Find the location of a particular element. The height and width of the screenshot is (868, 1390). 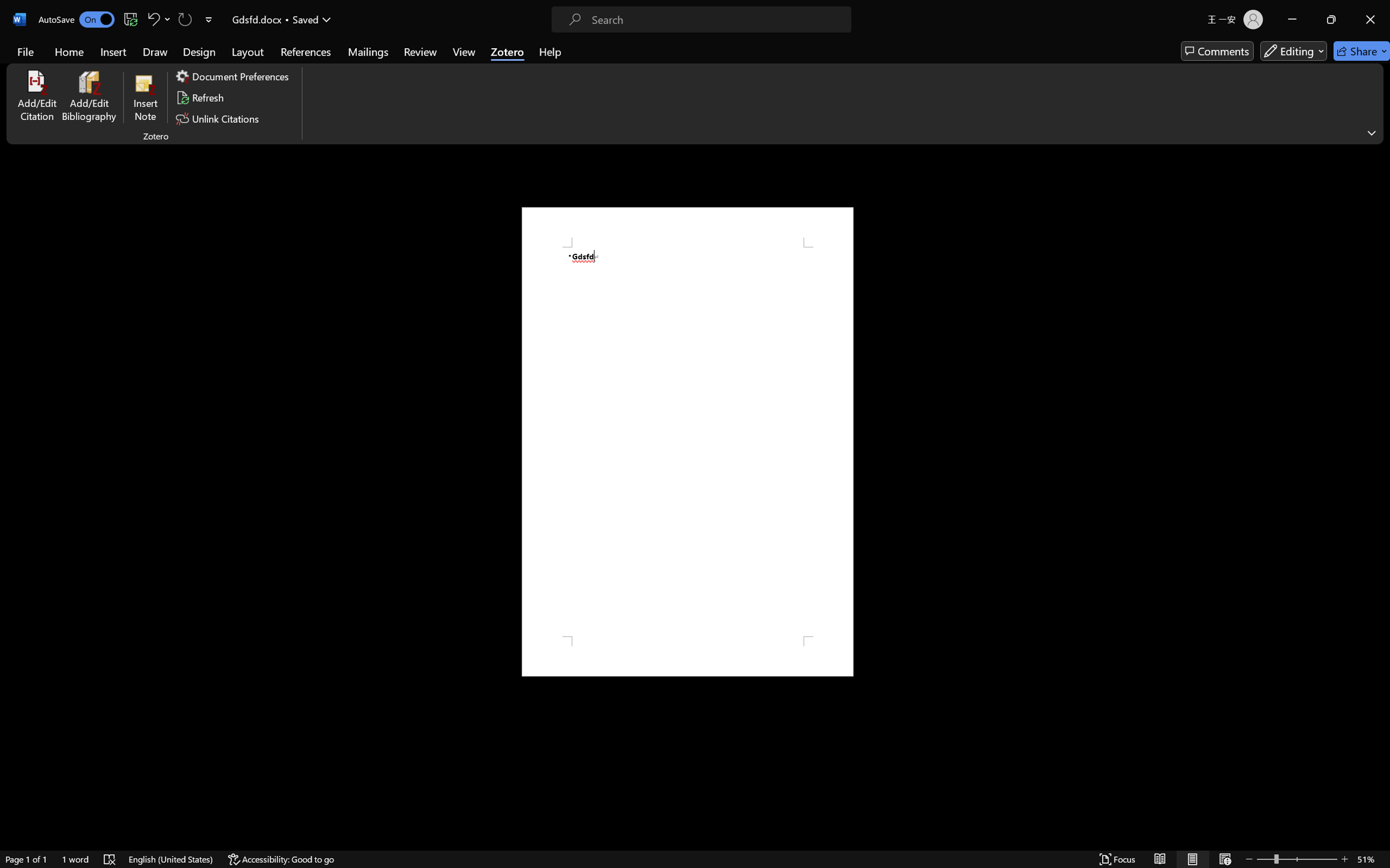

'Page 1 content' is located at coordinates (687, 441).